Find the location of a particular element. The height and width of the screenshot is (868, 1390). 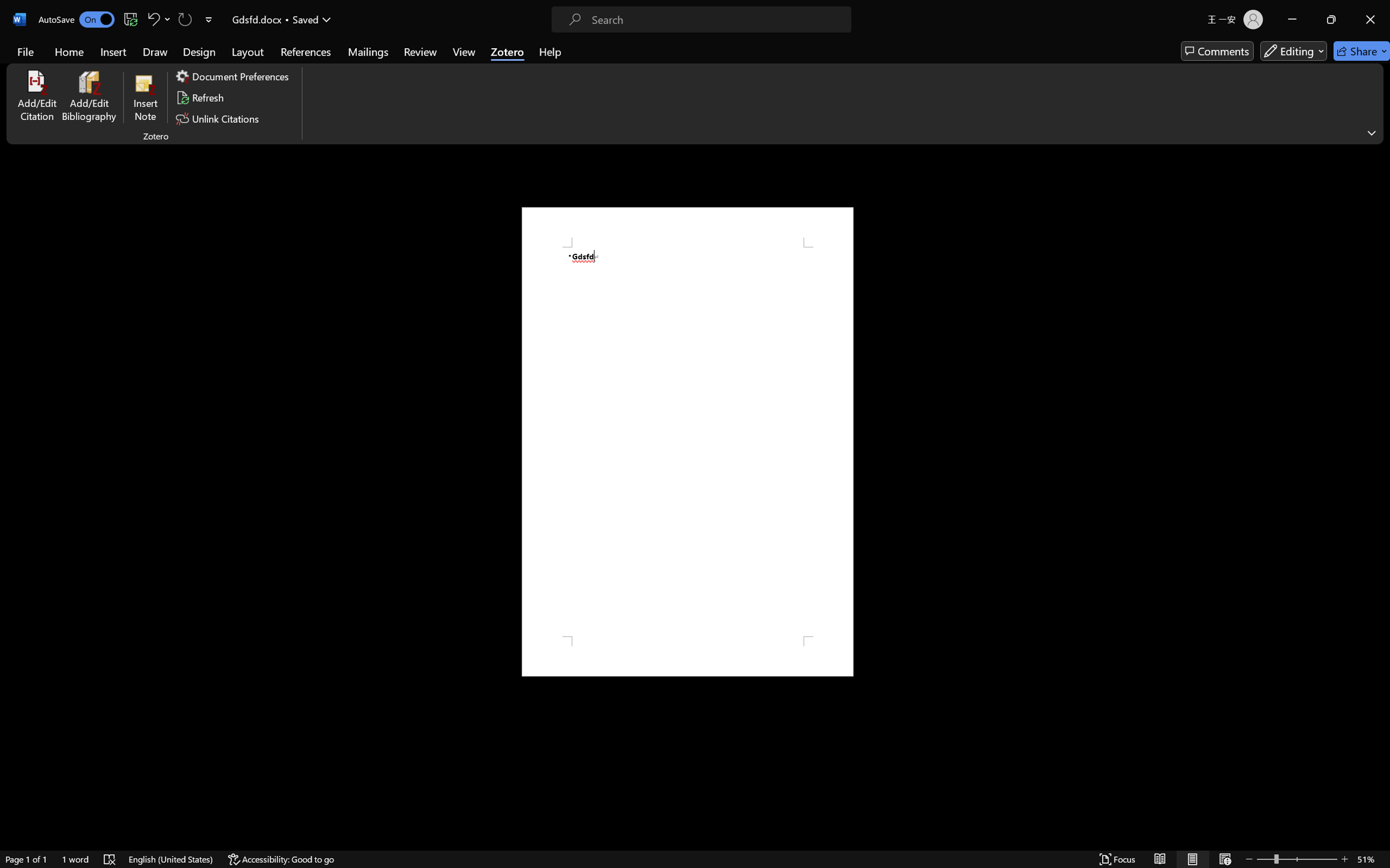

'Page 1 content' is located at coordinates (687, 441).